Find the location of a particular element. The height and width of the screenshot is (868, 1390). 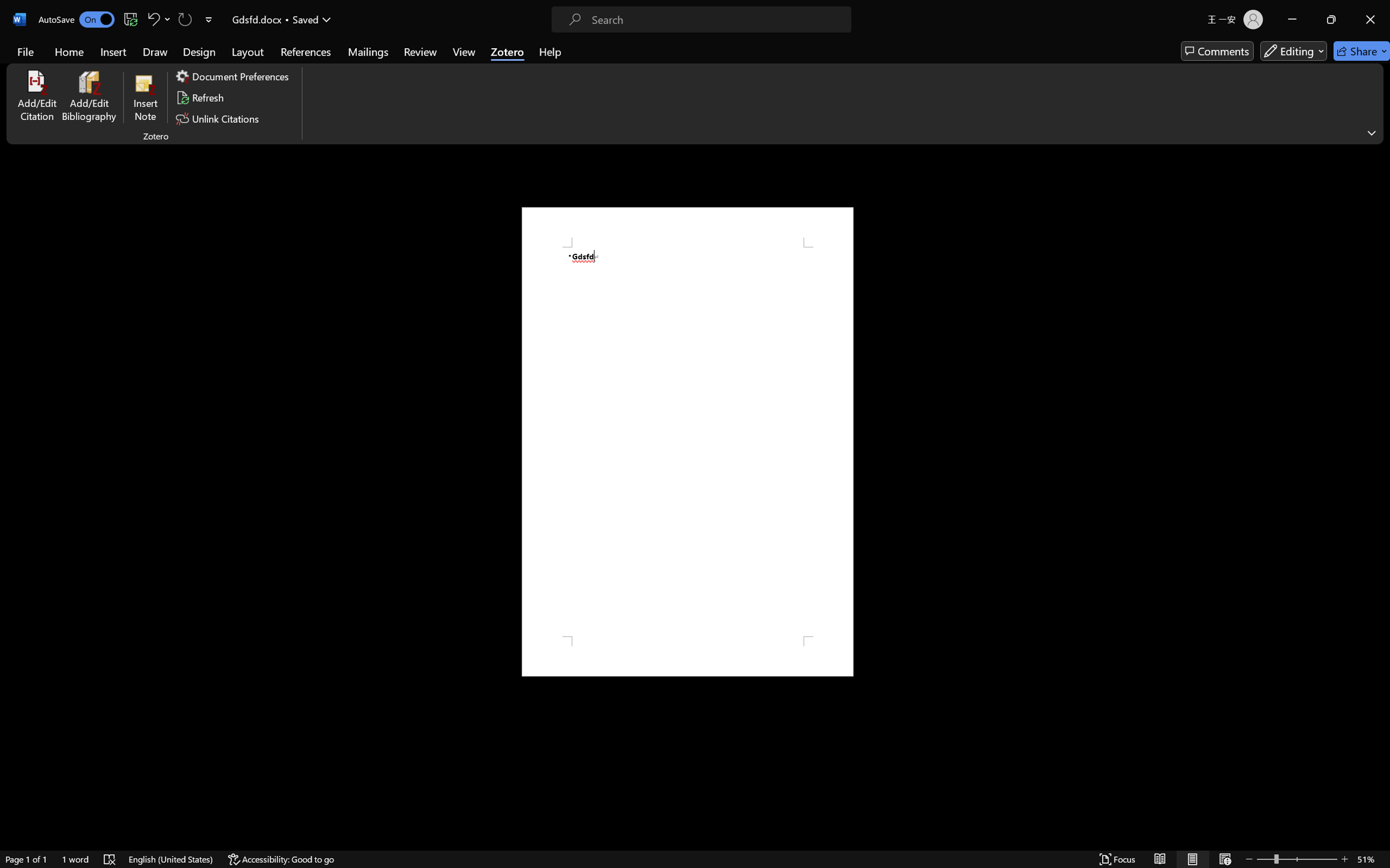

'Page 1 content' is located at coordinates (687, 441).